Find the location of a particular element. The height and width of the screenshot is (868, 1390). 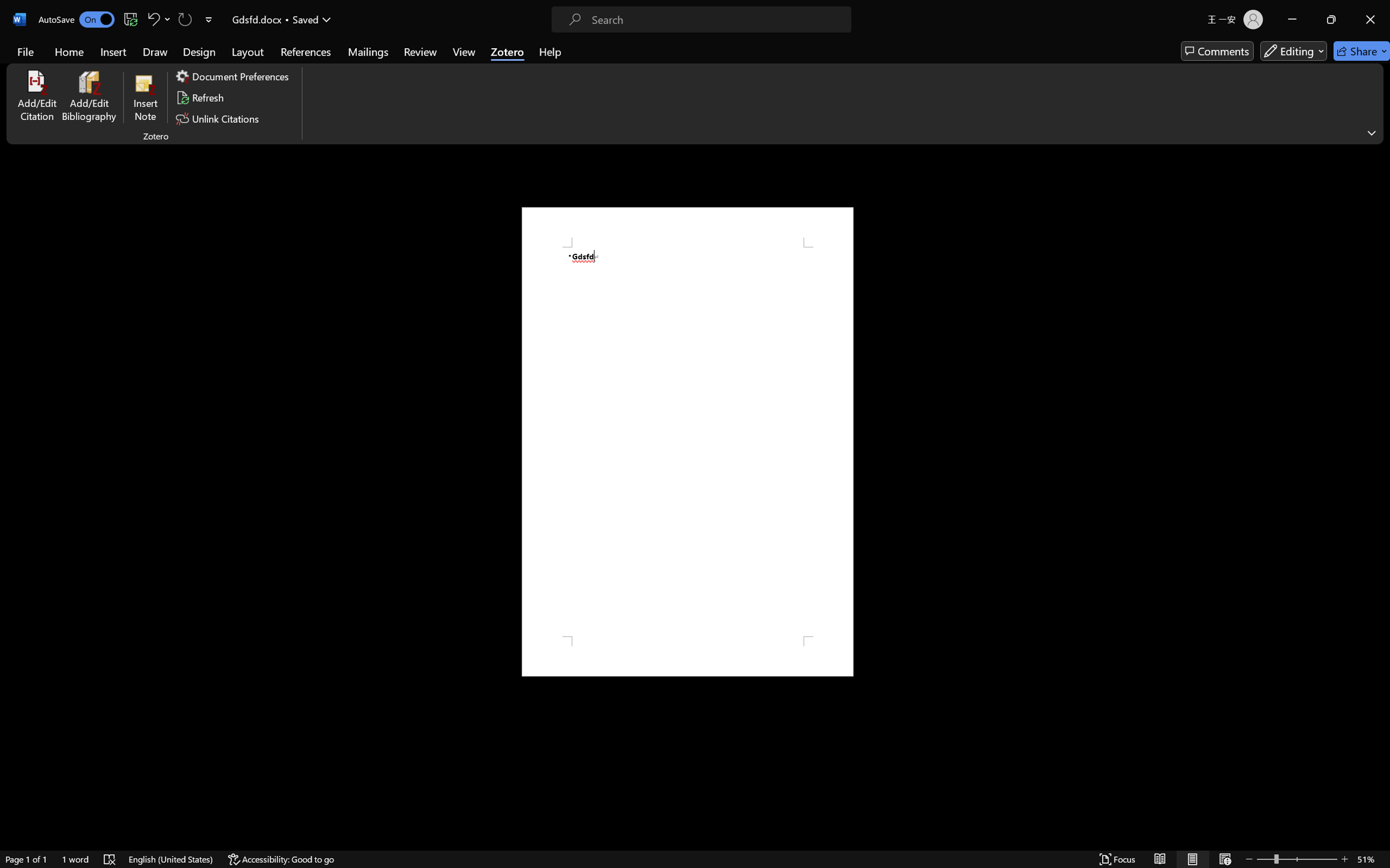

'Page 1 content' is located at coordinates (687, 441).